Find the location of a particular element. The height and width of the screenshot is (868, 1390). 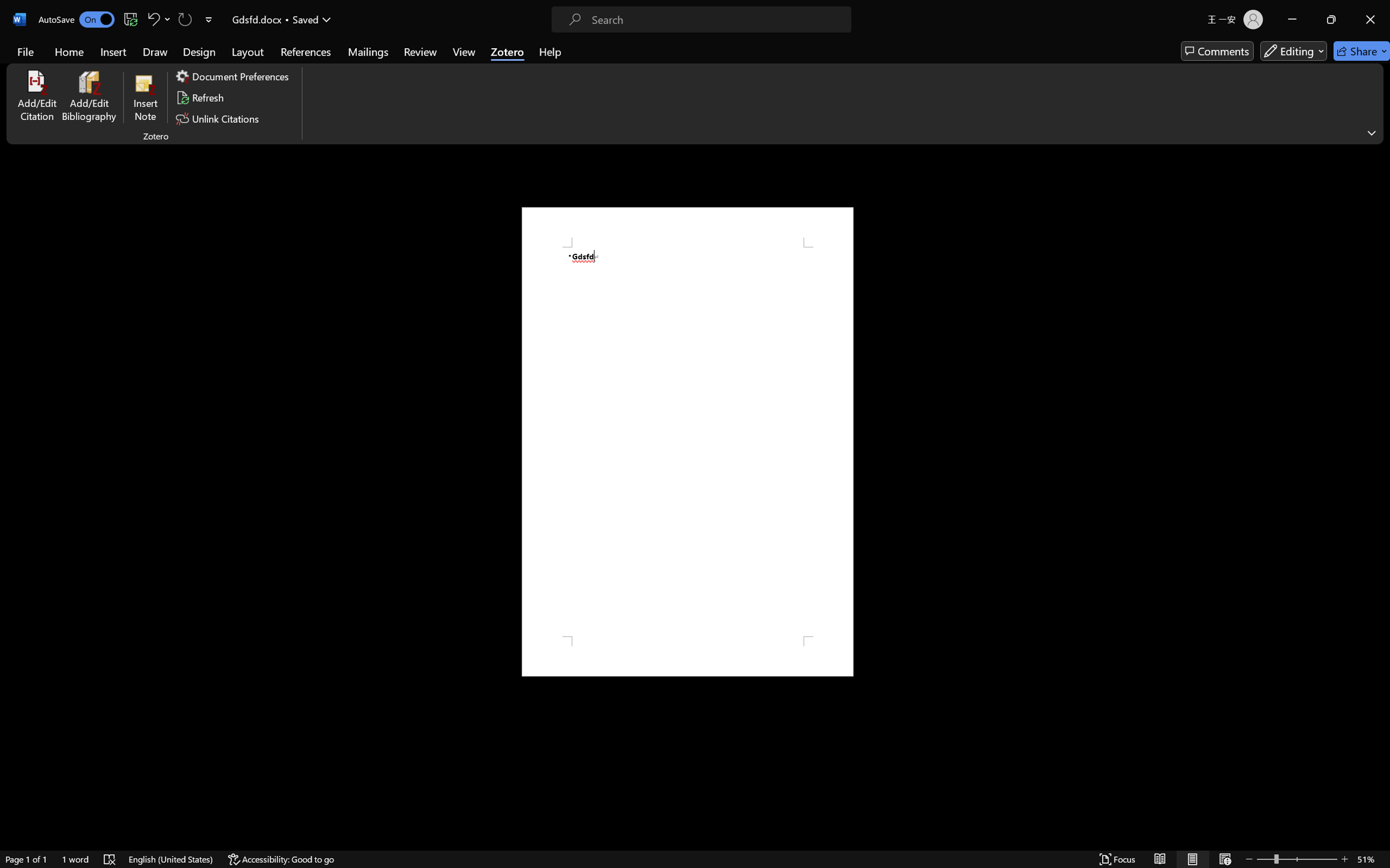

'Page 1 content' is located at coordinates (687, 441).